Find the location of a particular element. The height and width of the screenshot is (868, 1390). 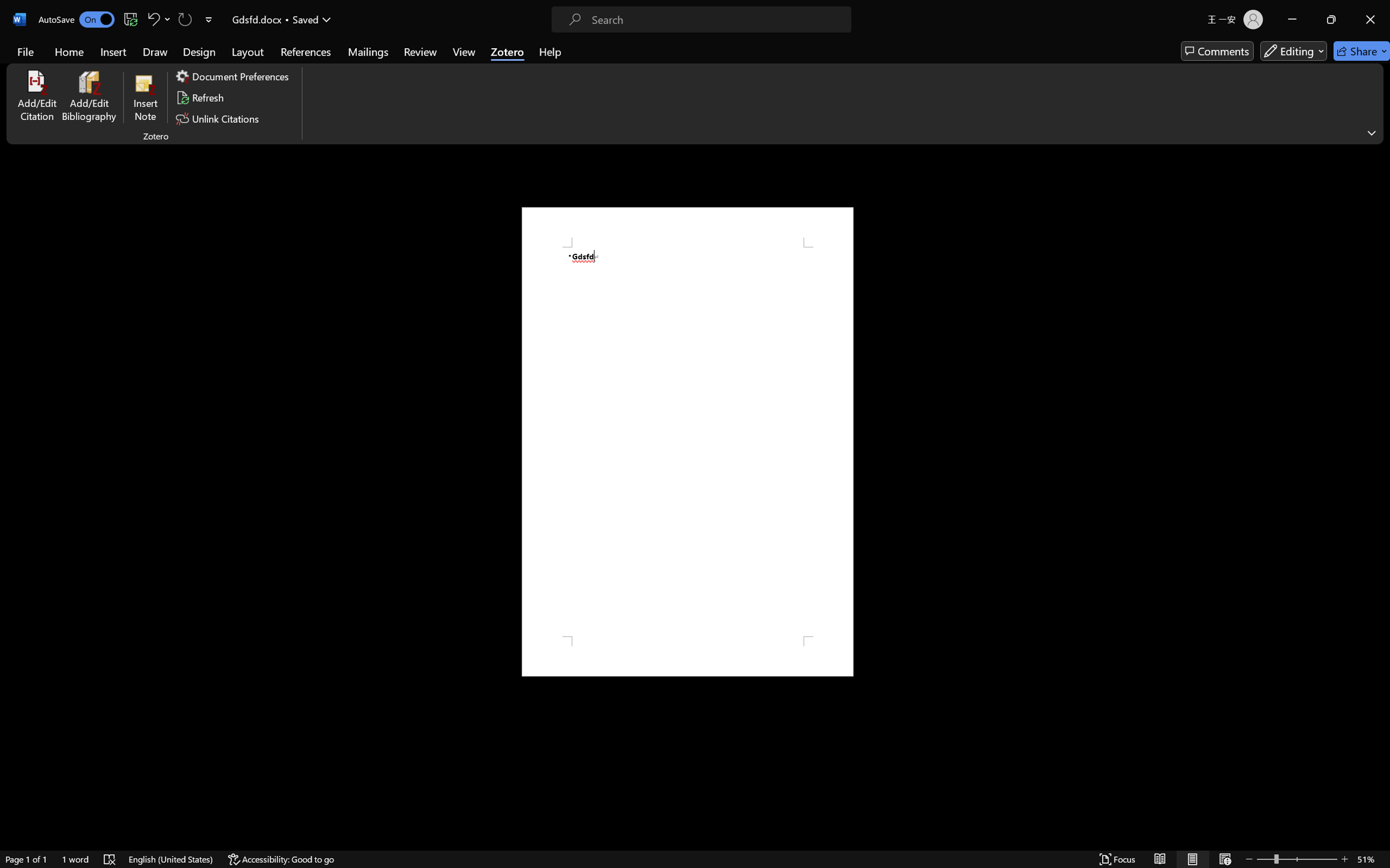

'Page 1 content' is located at coordinates (687, 441).